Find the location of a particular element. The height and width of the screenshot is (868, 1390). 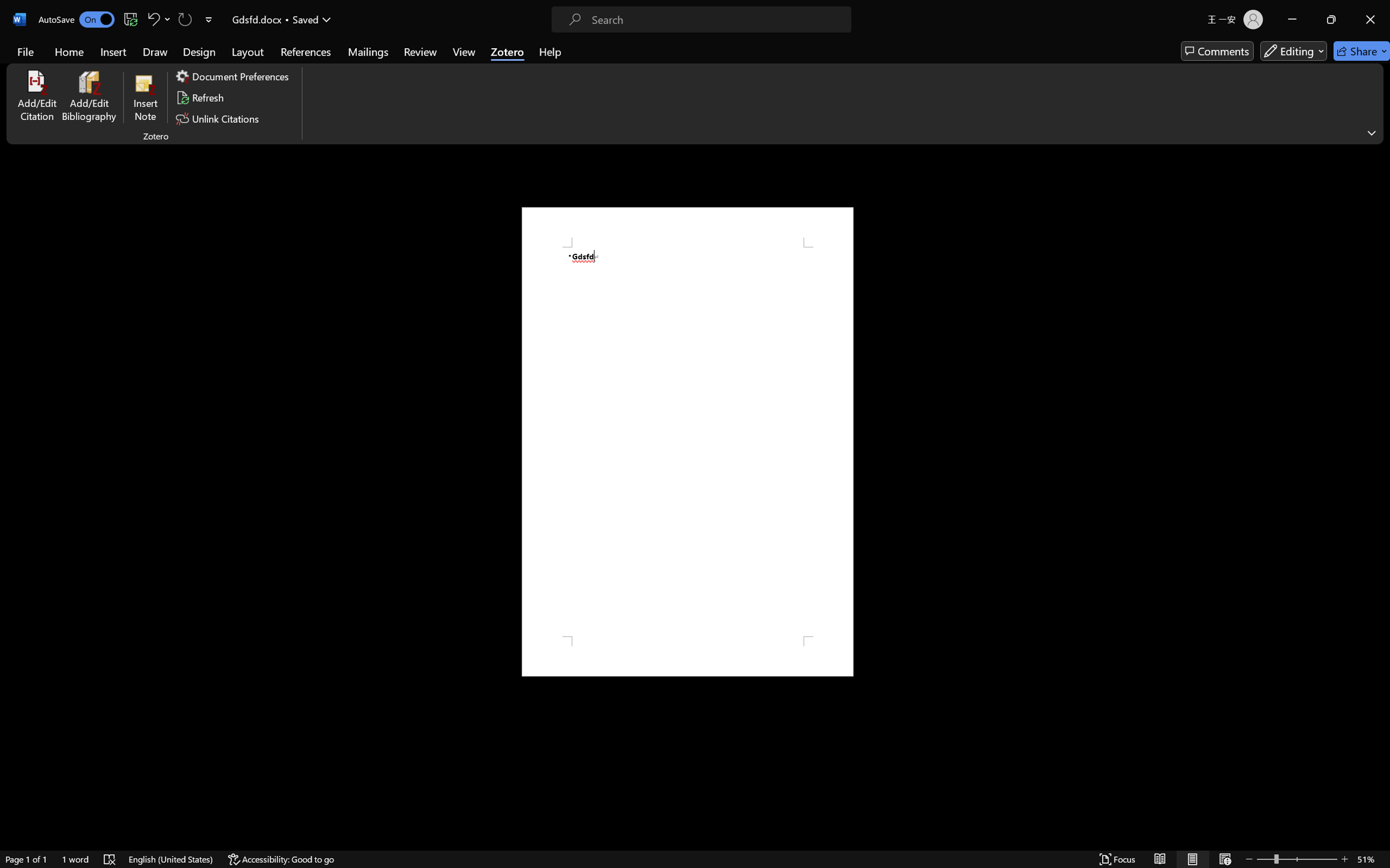

'Page 1 content' is located at coordinates (687, 441).